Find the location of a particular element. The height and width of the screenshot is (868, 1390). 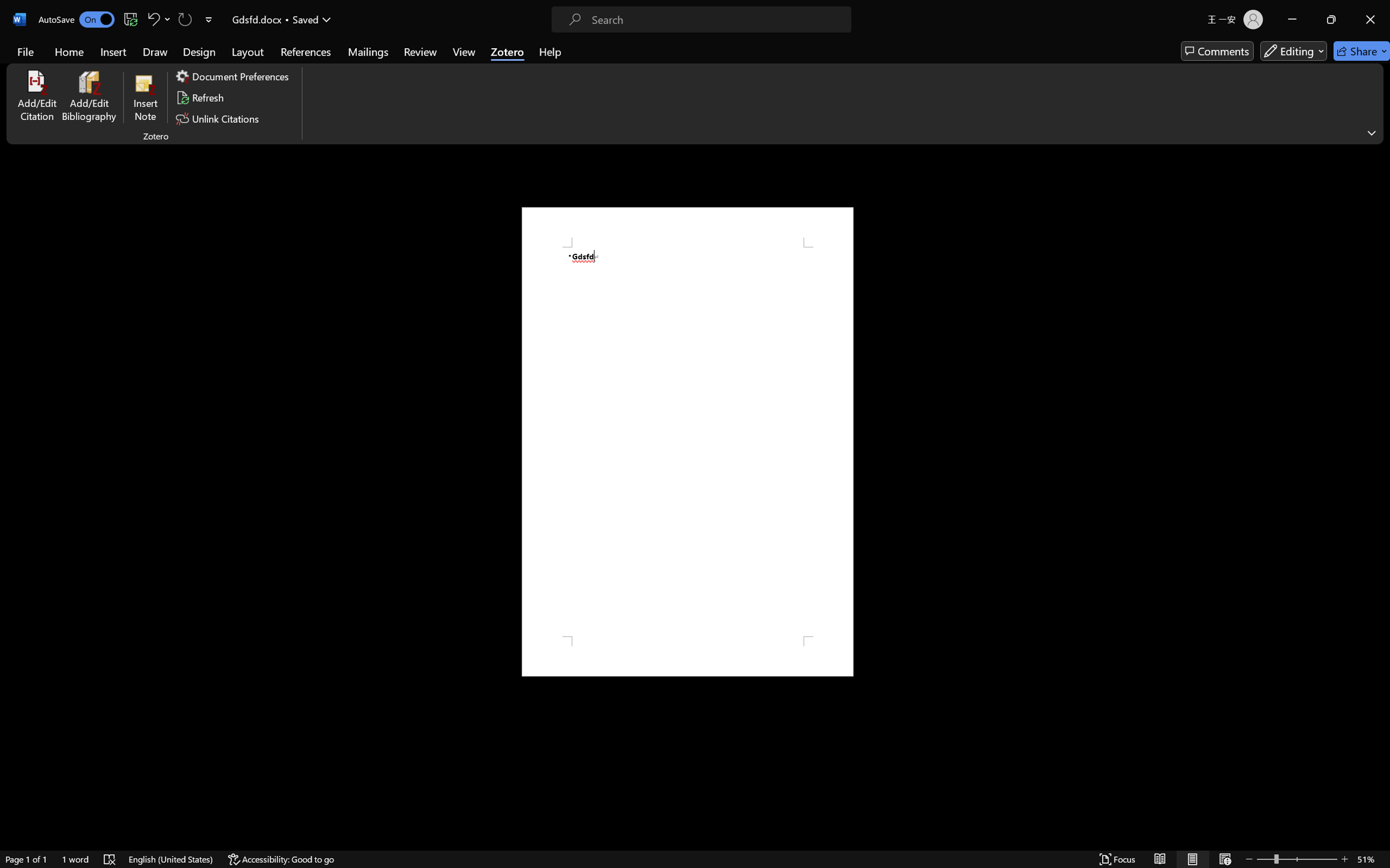

'Page 1 content' is located at coordinates (687, 441).